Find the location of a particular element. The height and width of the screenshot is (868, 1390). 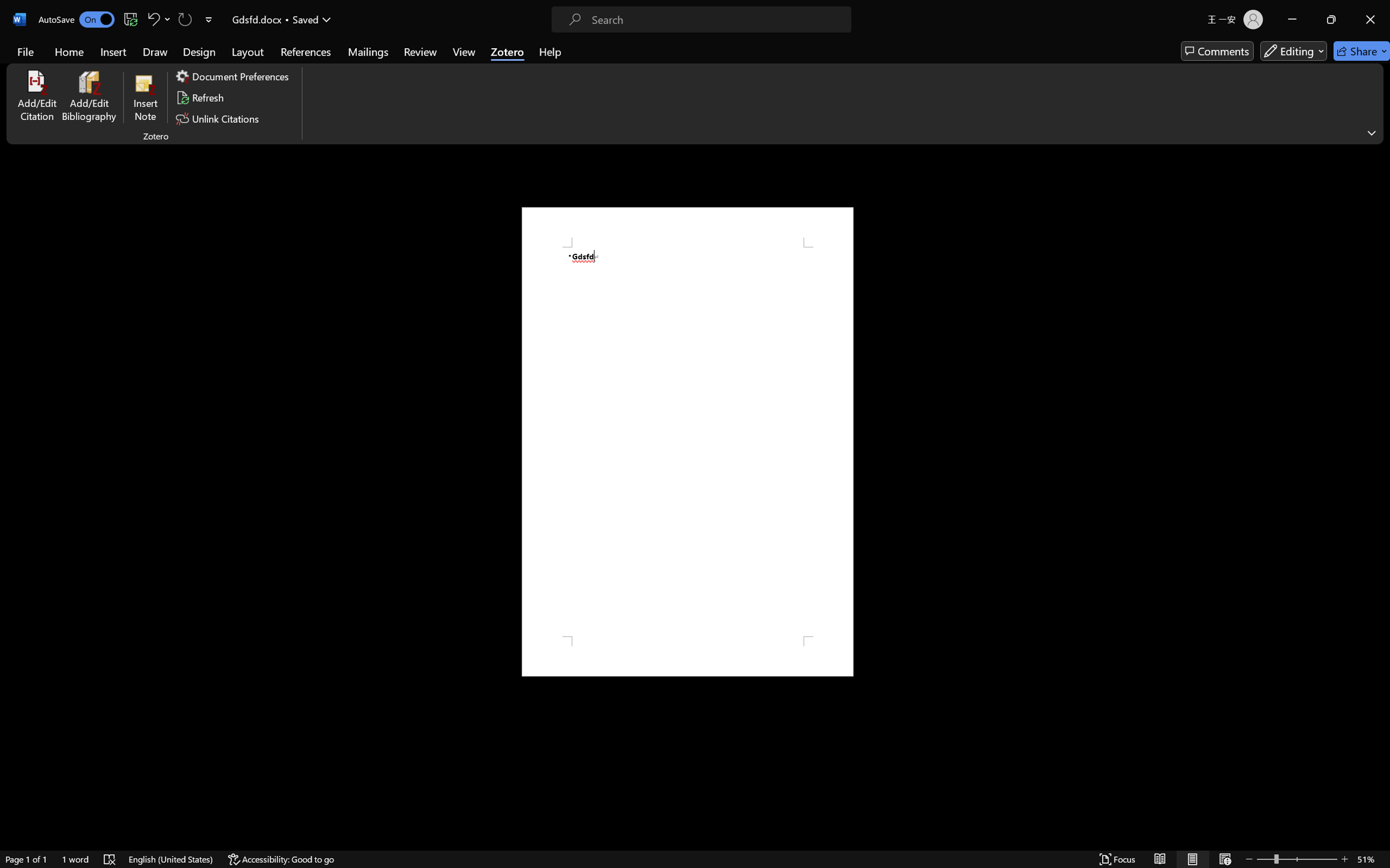

'Page 1 content' is located at coordinates (687, 441).